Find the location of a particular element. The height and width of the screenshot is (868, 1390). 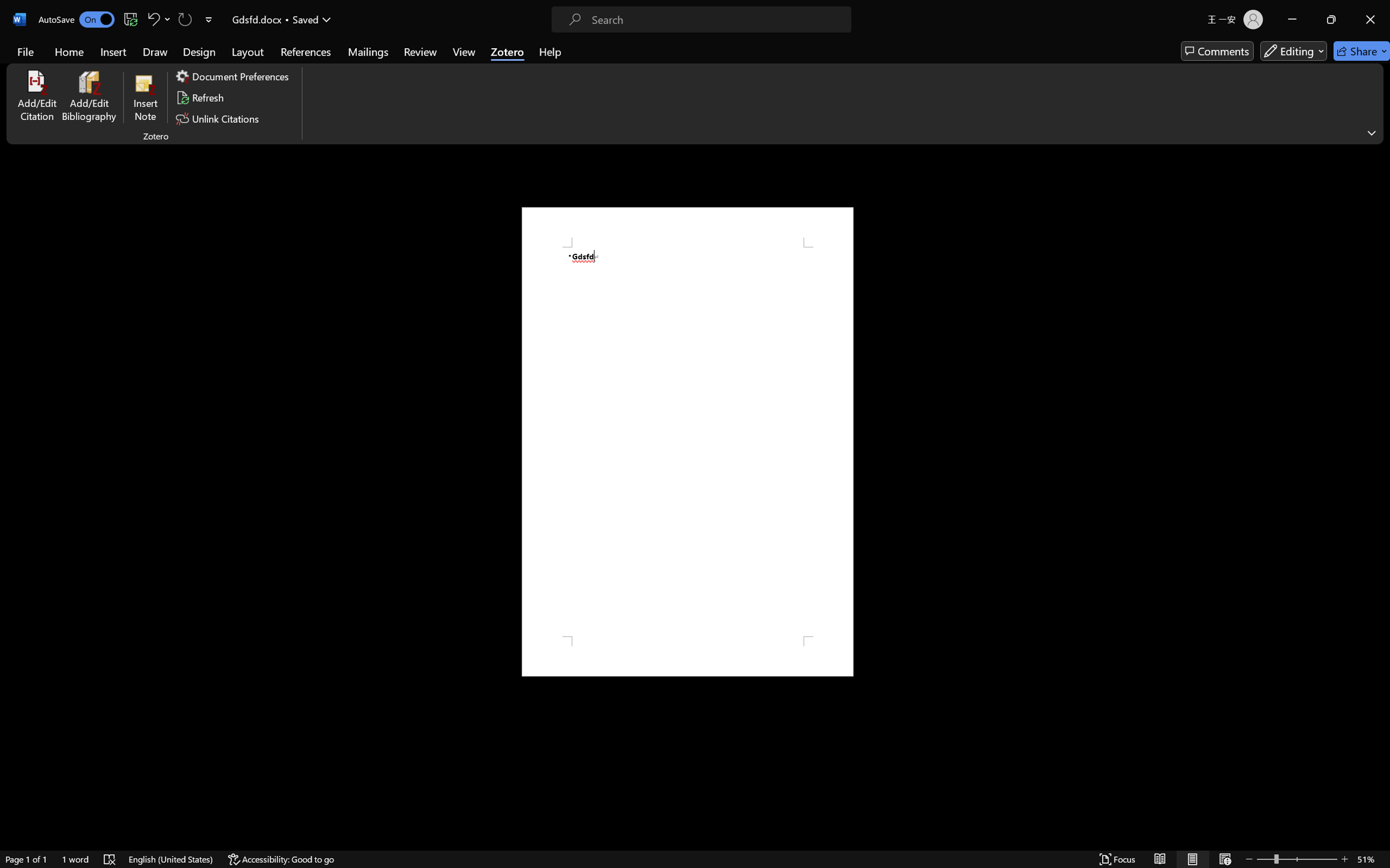

'Page 1 content' is located at coordinates (687, 441).